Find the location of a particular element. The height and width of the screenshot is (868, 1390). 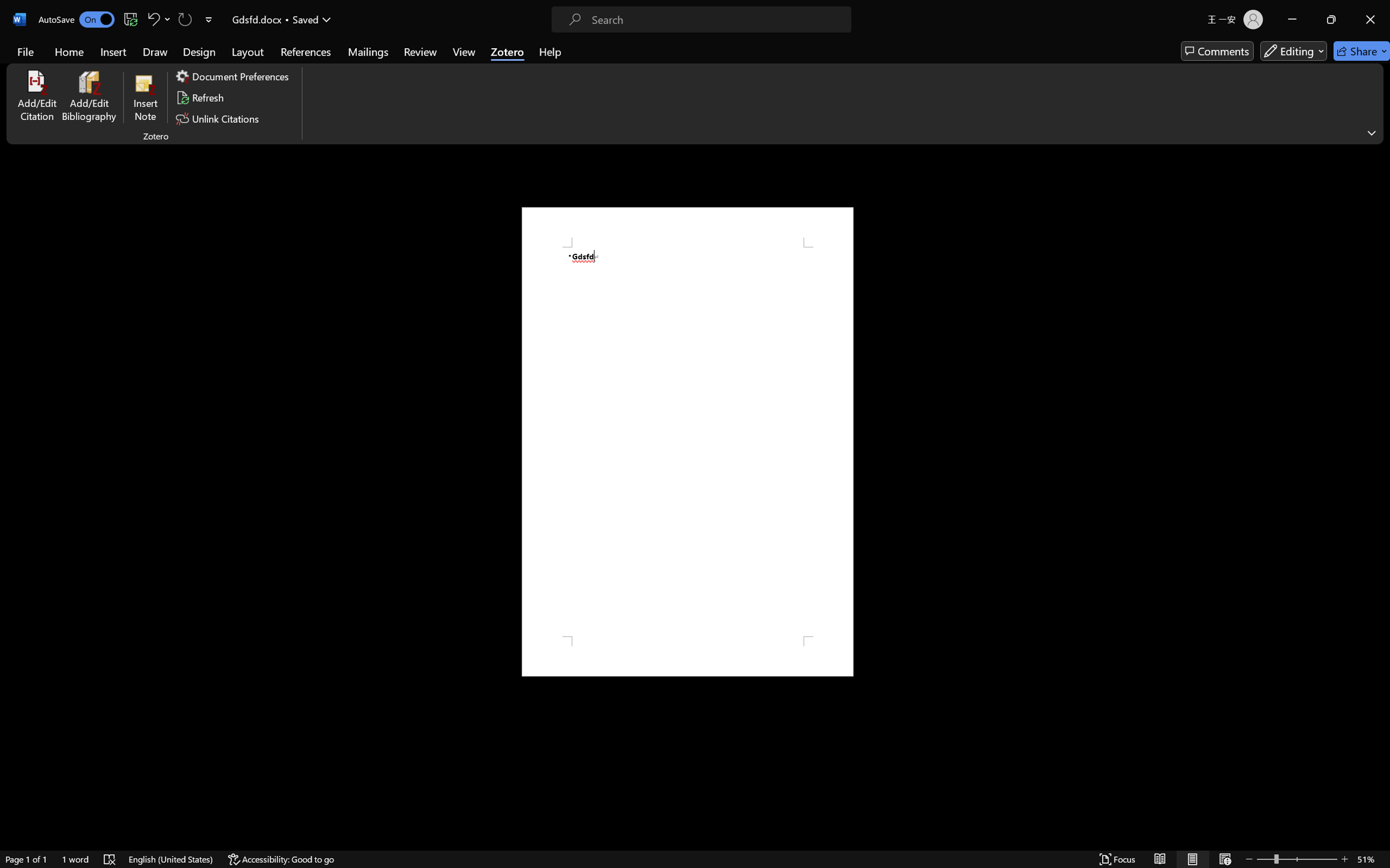

'Page 1 content' is located at coordinates (687, 441).